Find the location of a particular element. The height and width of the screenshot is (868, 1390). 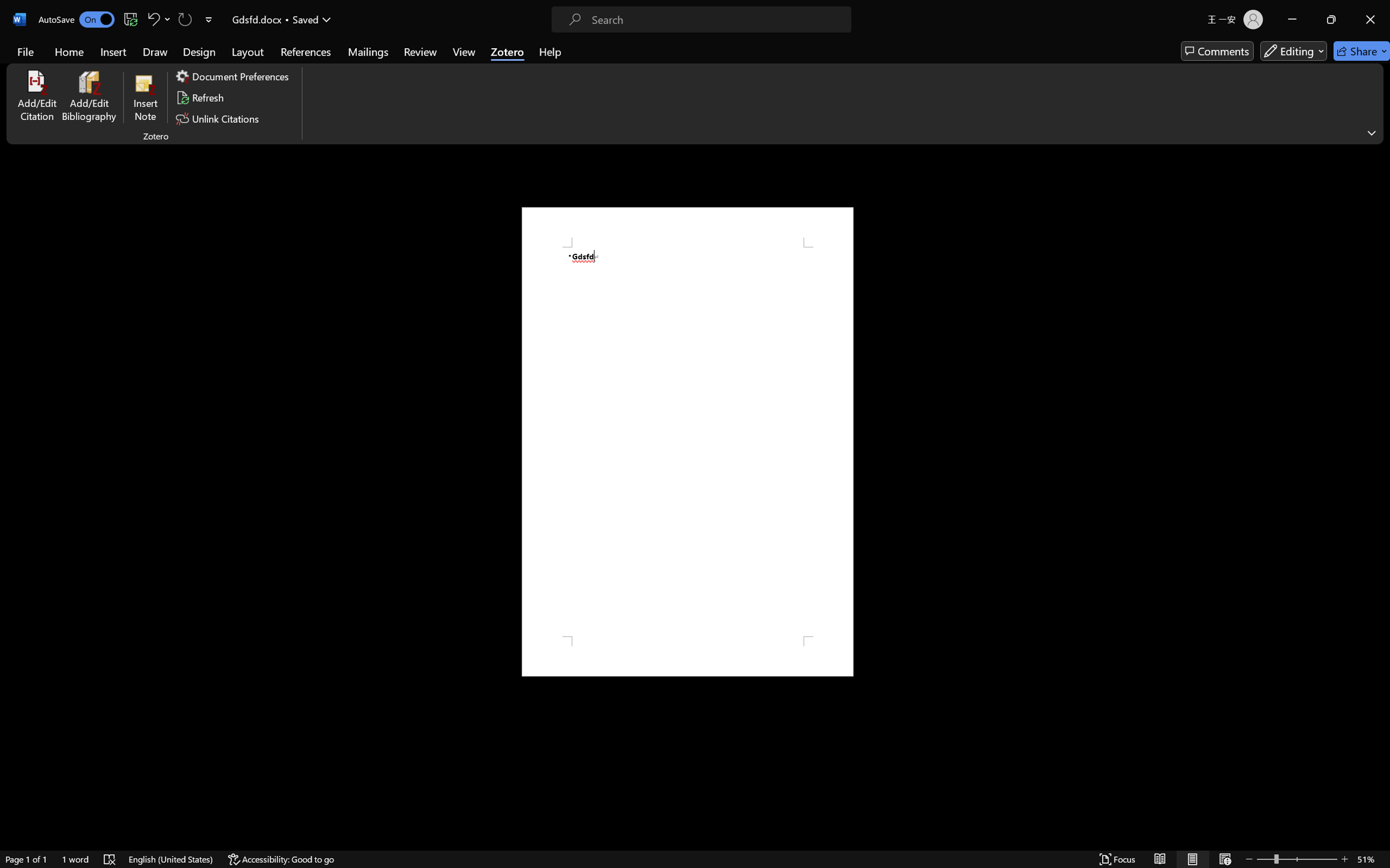

'Page 1 content' is located at coordinates (687, 441).